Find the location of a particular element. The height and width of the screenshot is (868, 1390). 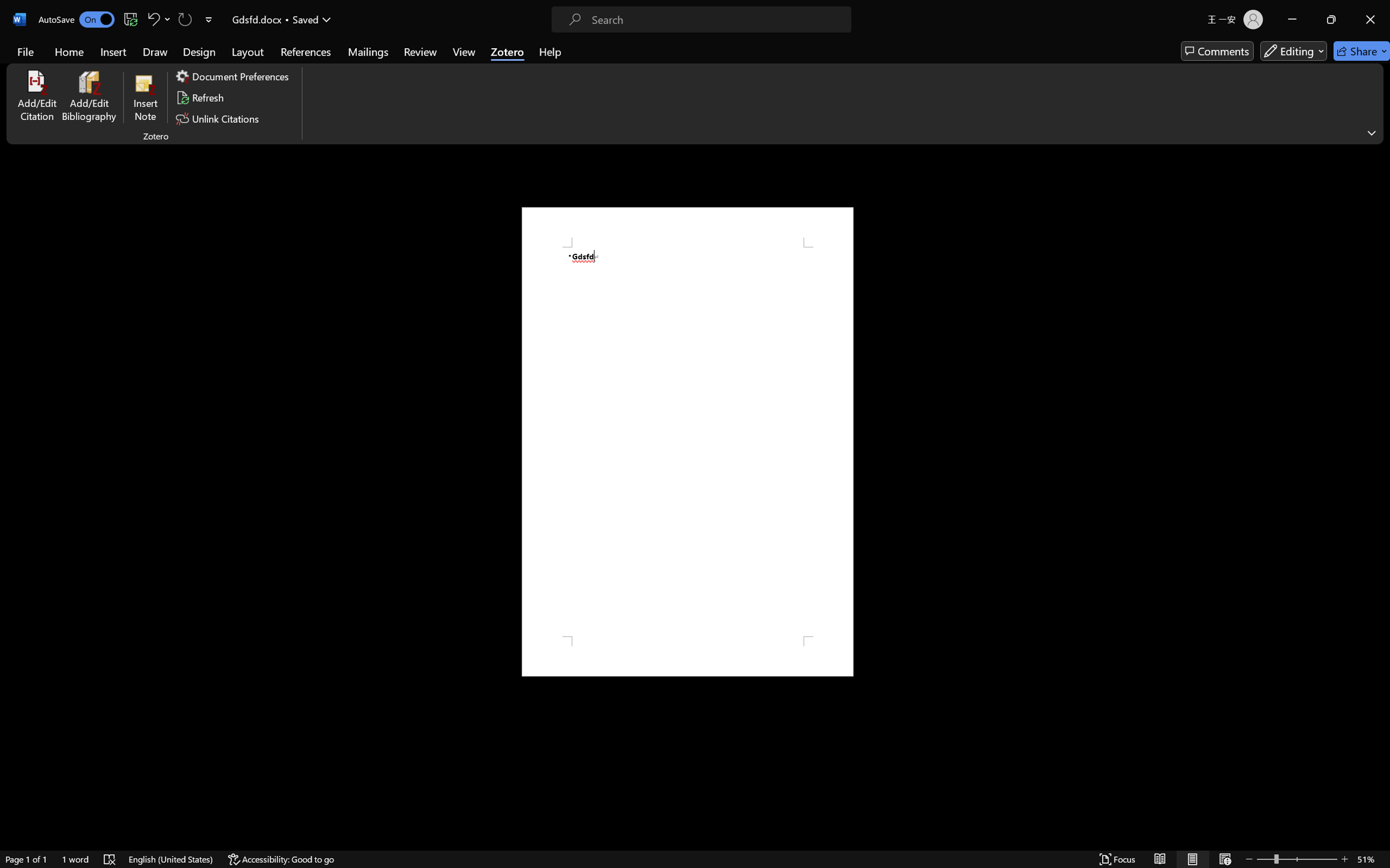

'Page 1 content' is located at coordinates (687, 441).